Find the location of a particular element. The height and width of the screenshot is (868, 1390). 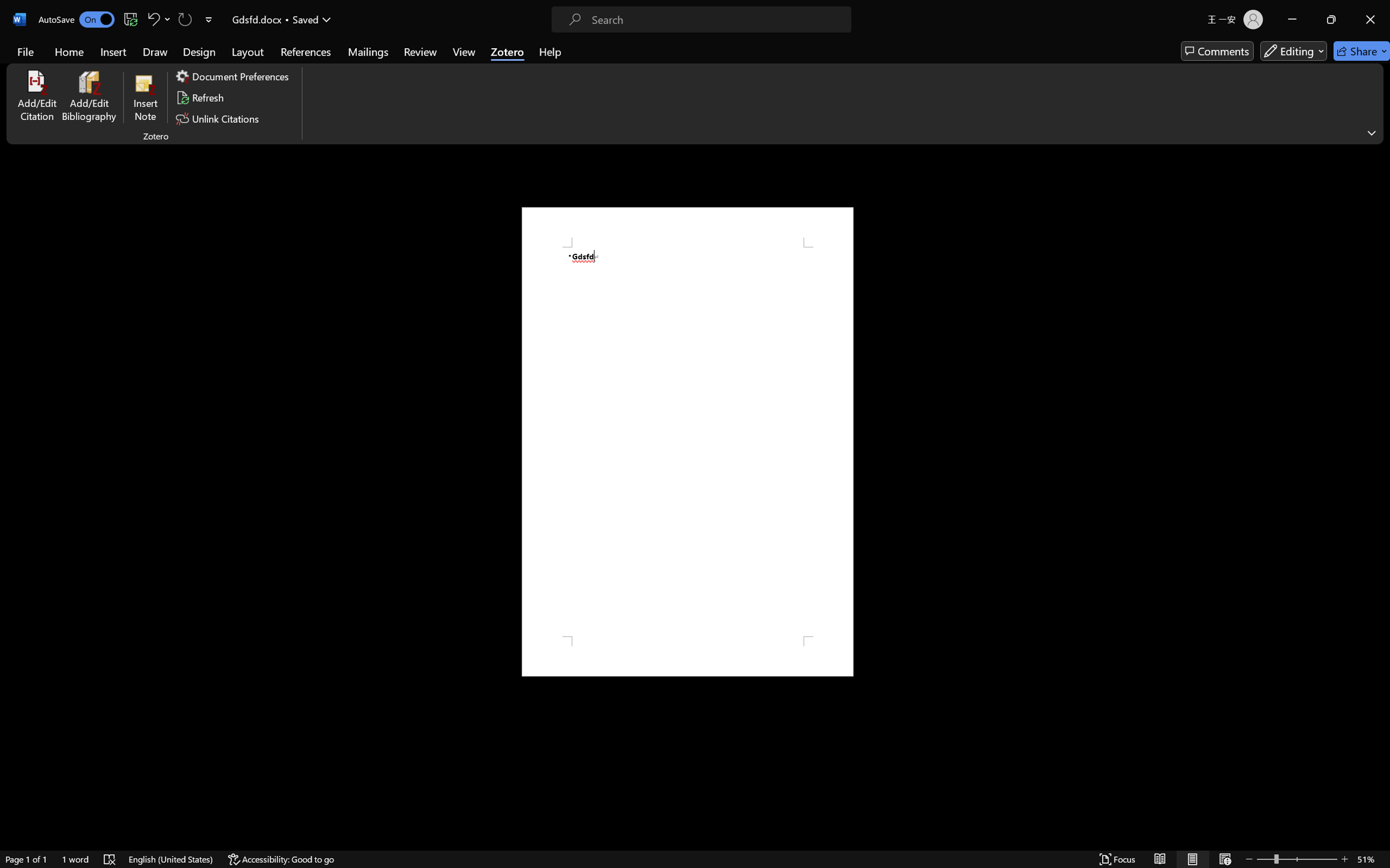

'Page 1 content' is located at coordinates (687, 441).